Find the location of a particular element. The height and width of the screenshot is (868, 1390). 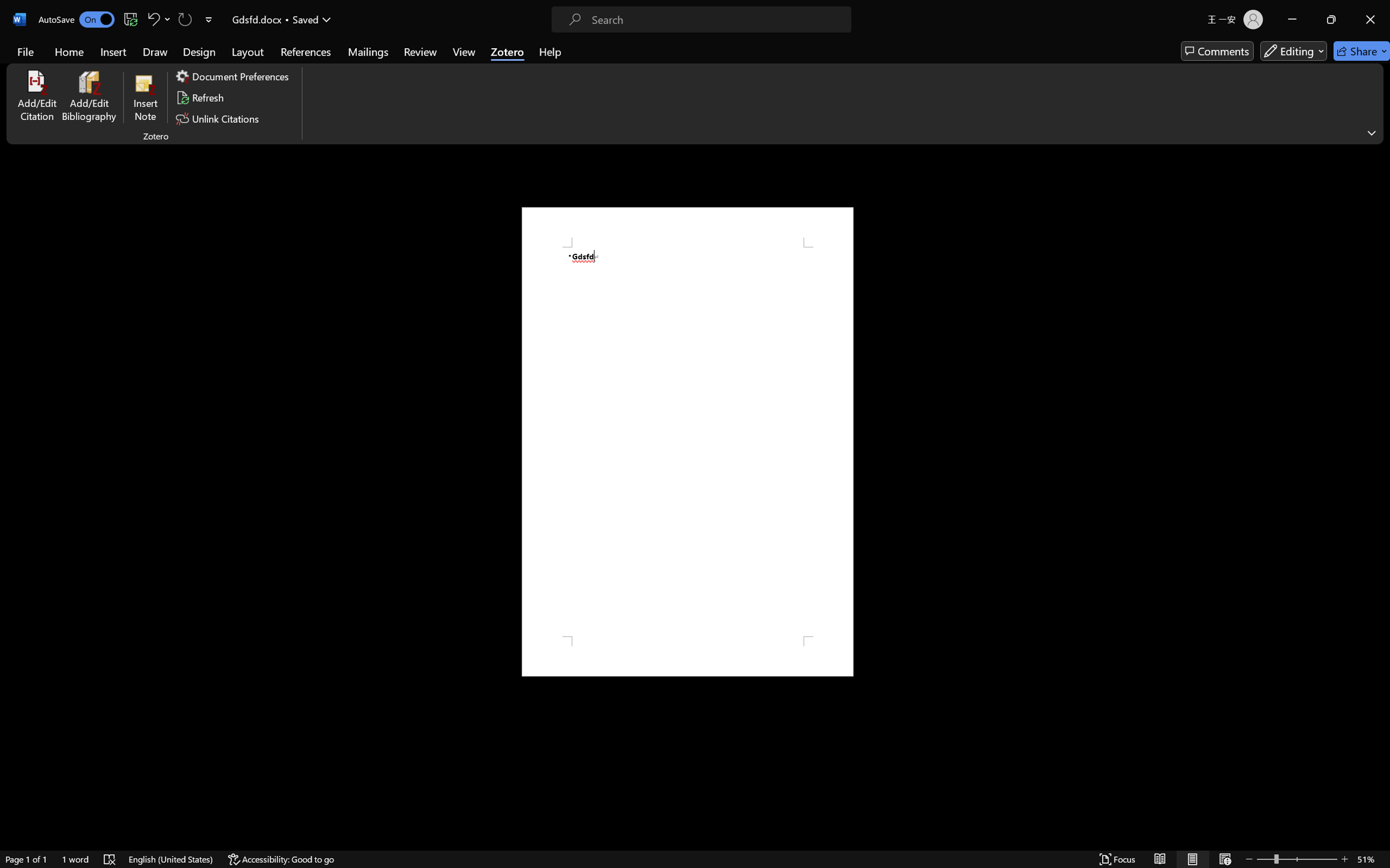

'Page 1 content' is located at coordinates (687, 441).